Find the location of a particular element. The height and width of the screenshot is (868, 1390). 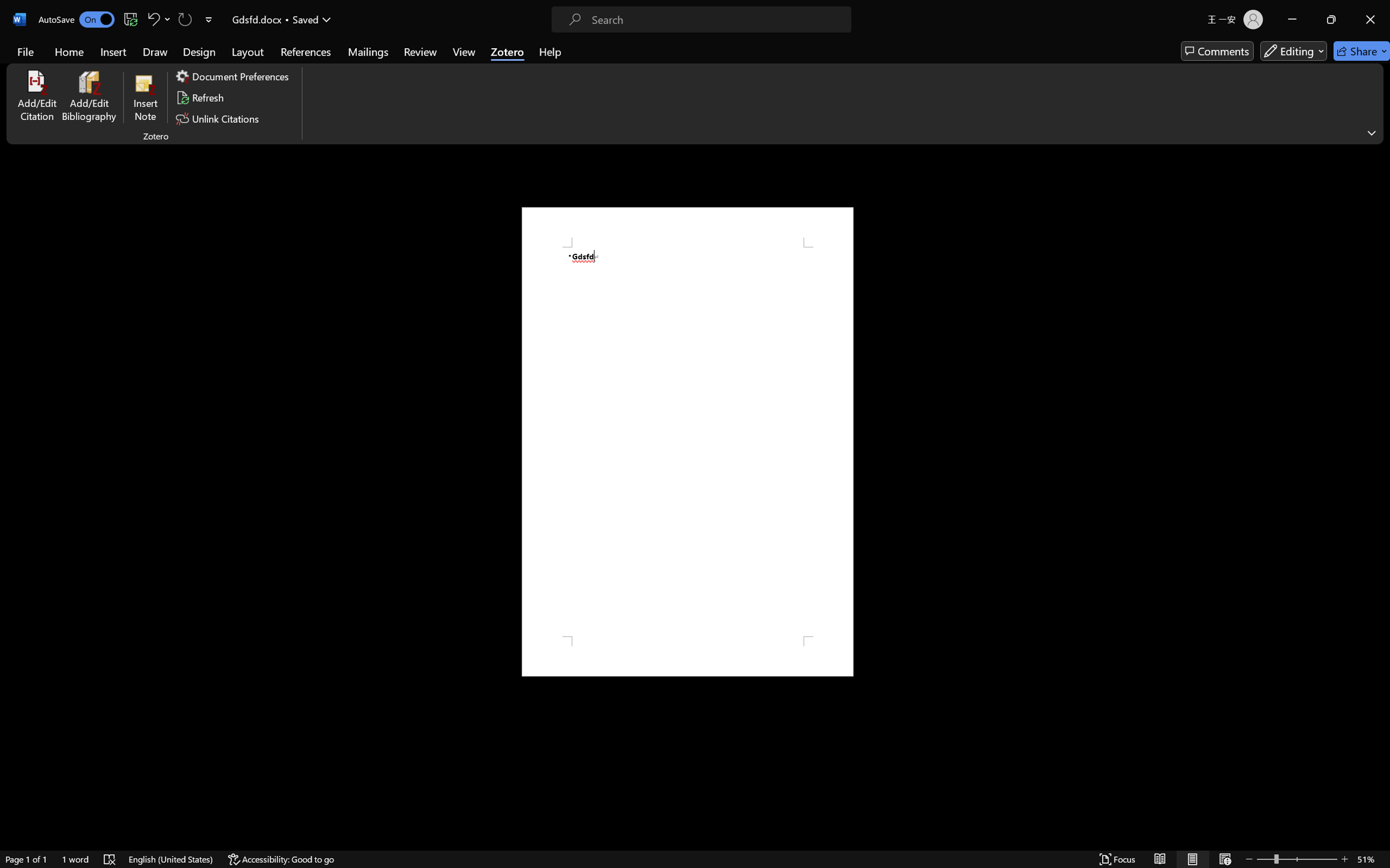

'Page 1 content' is located at coordinates (687, 441).